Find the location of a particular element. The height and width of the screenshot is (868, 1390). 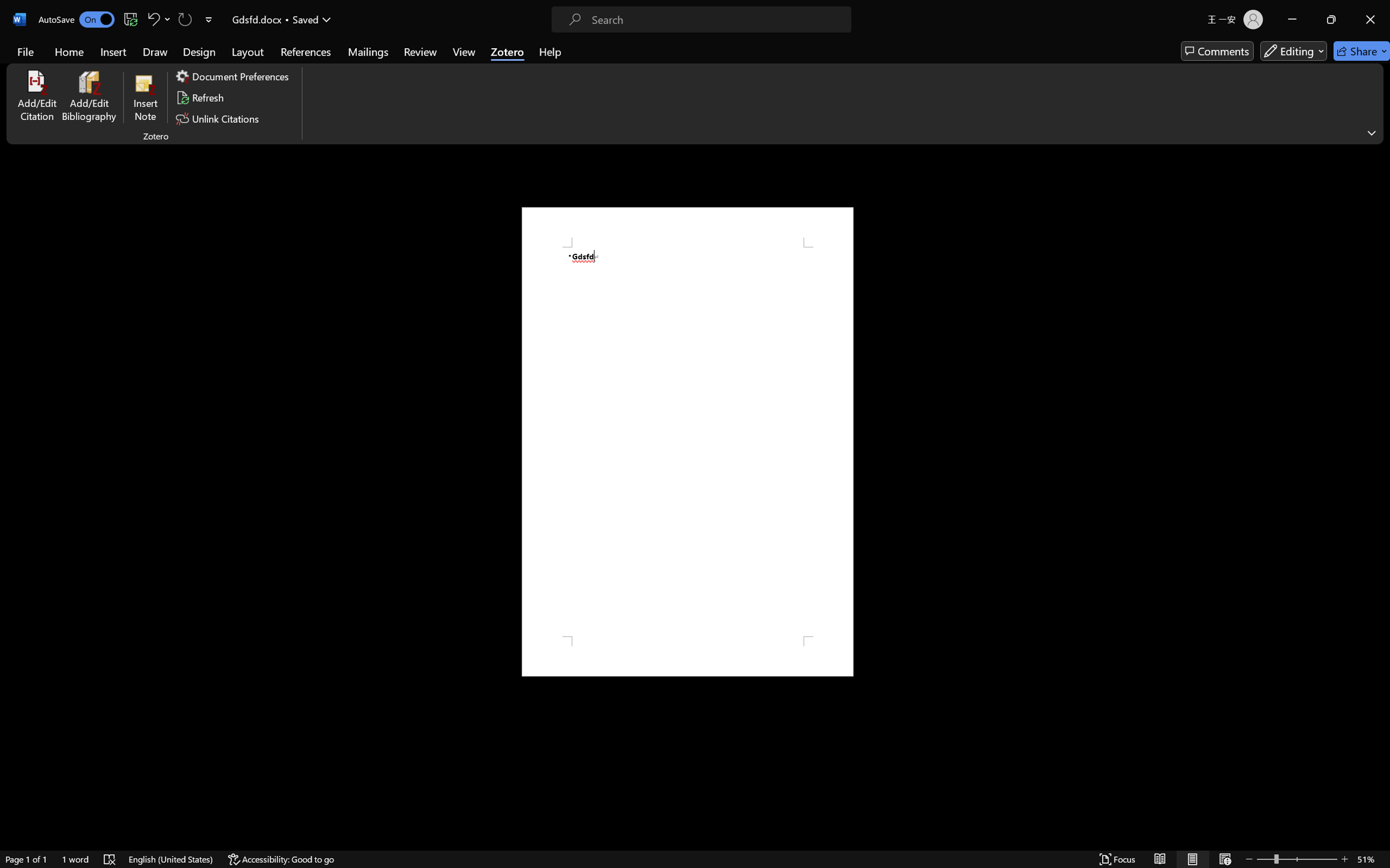

'Page 1 content' is located at coordinates (687, 441).